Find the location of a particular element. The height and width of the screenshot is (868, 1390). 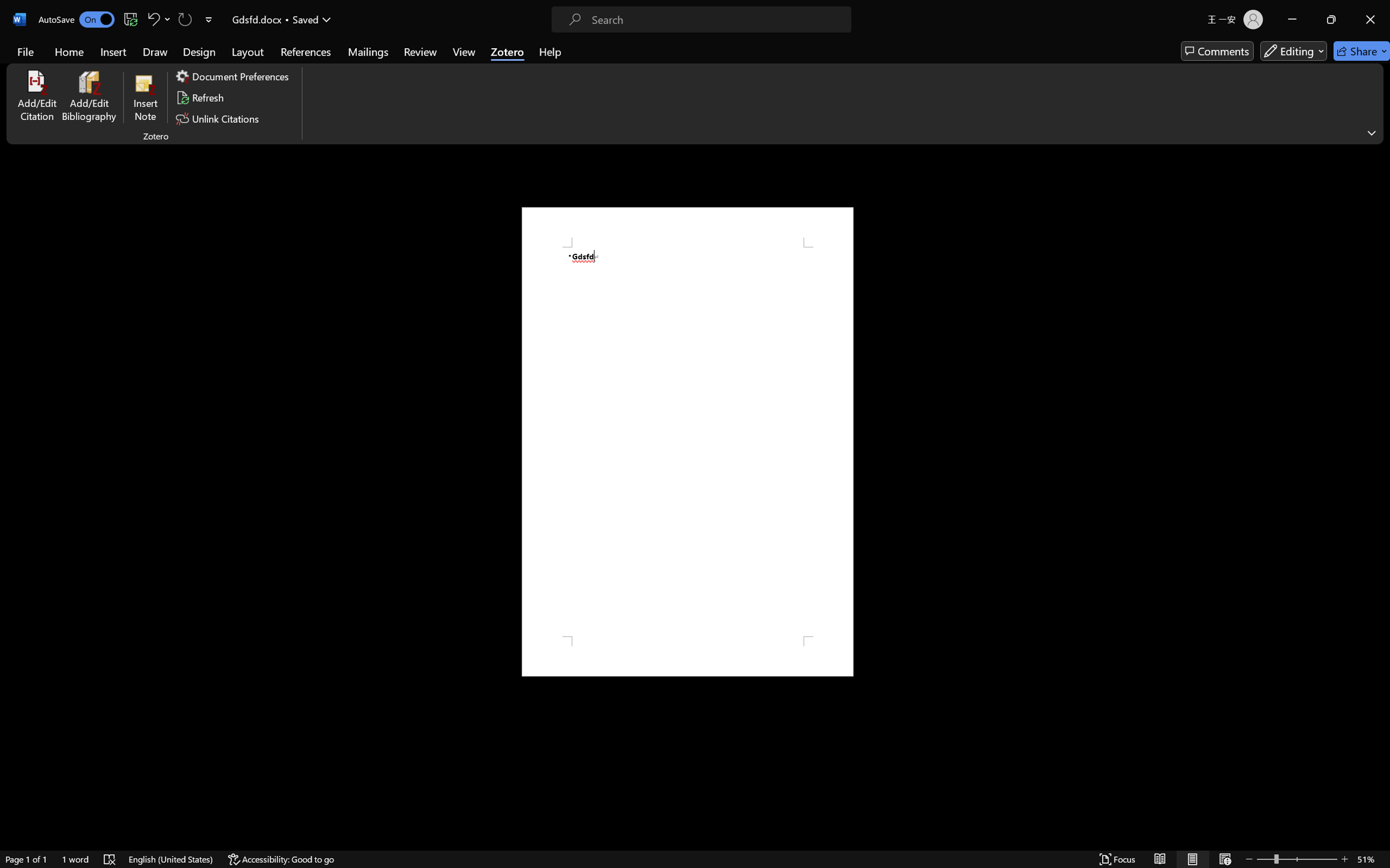

'Page 1 content' is located at coordinates (687, 441).